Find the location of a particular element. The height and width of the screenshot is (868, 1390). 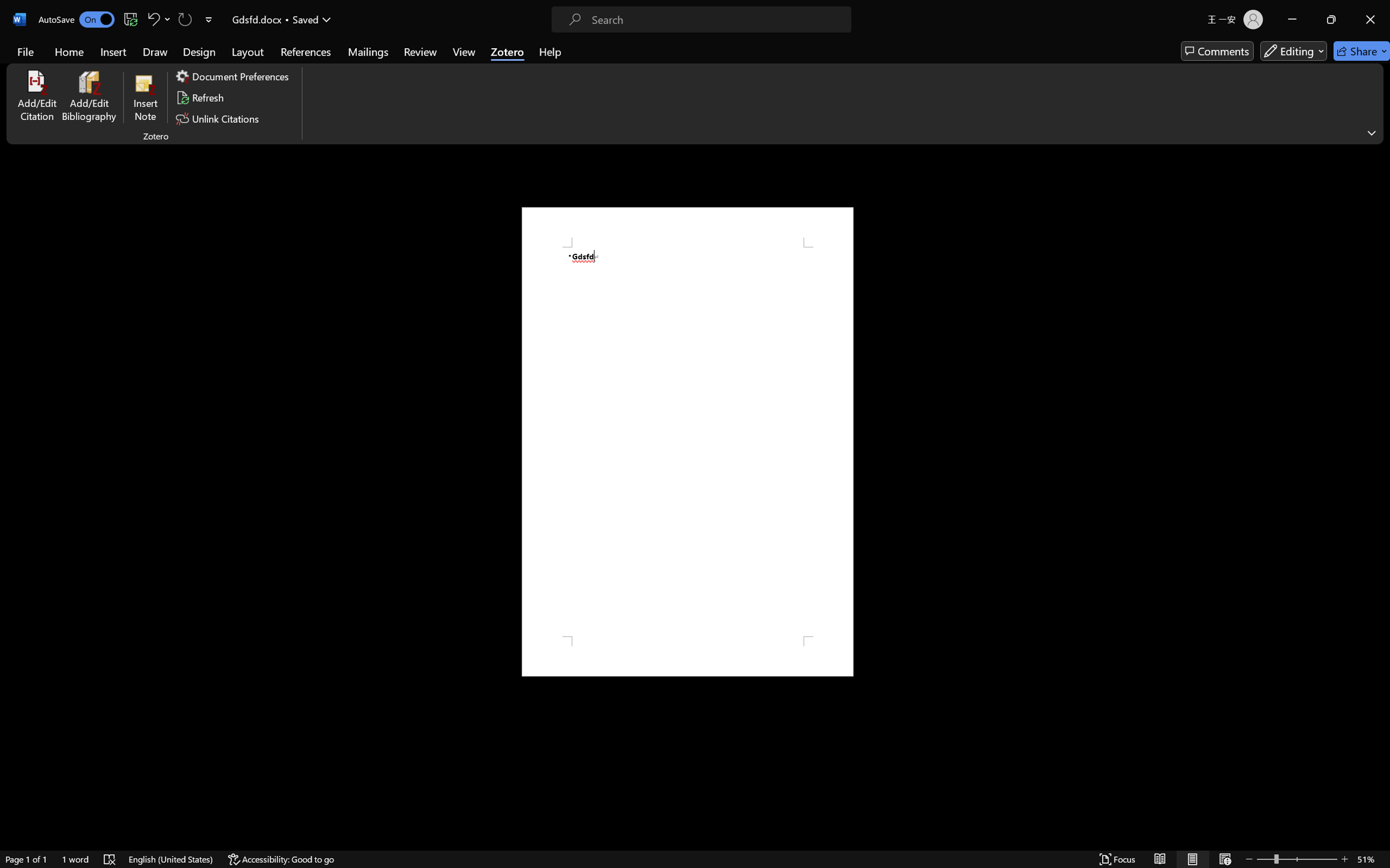

'Page 1 content' is located at coordinates (687, 441).